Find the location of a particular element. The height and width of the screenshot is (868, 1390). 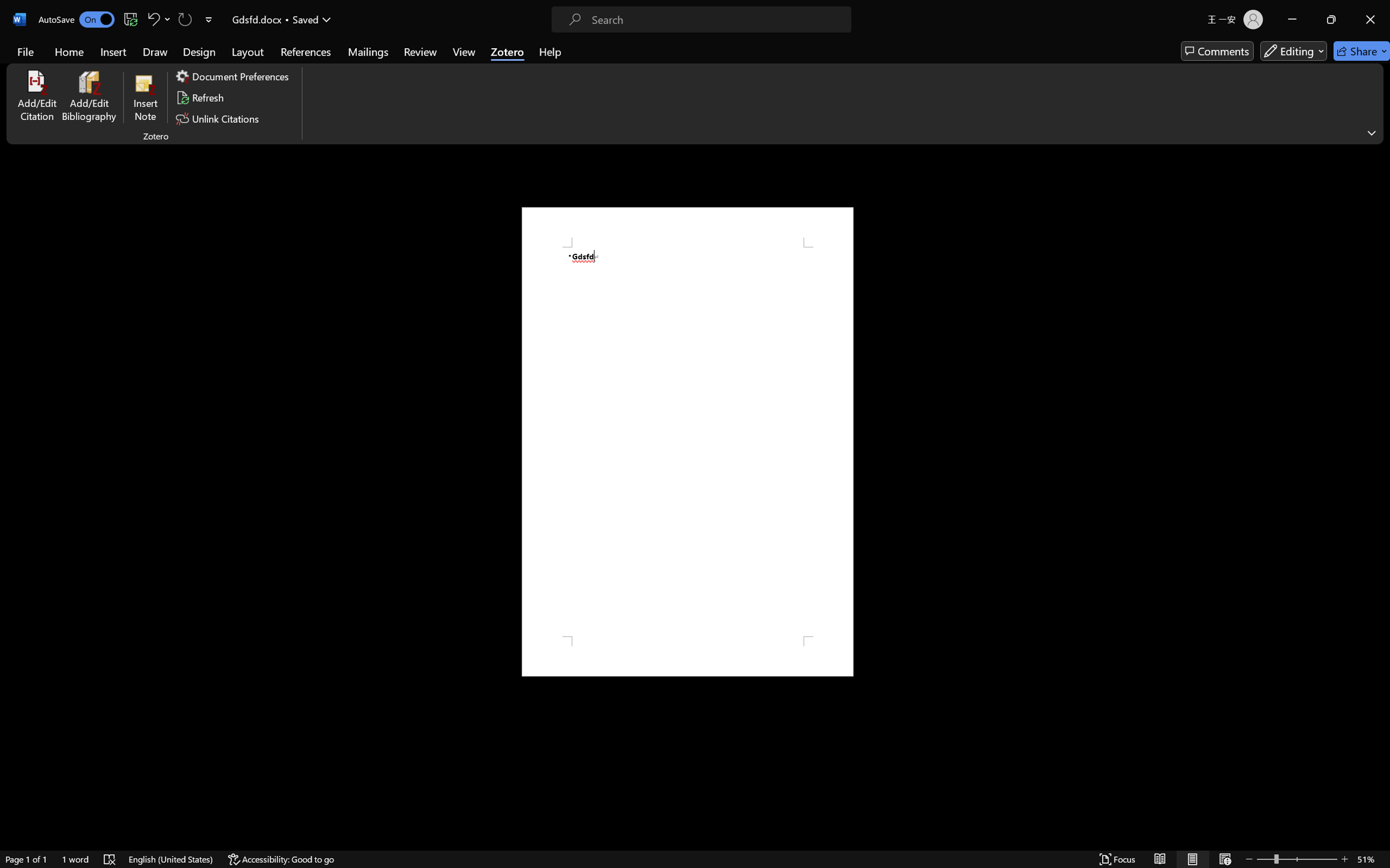

'Page 1 content' is located at coordinates (687, 441).